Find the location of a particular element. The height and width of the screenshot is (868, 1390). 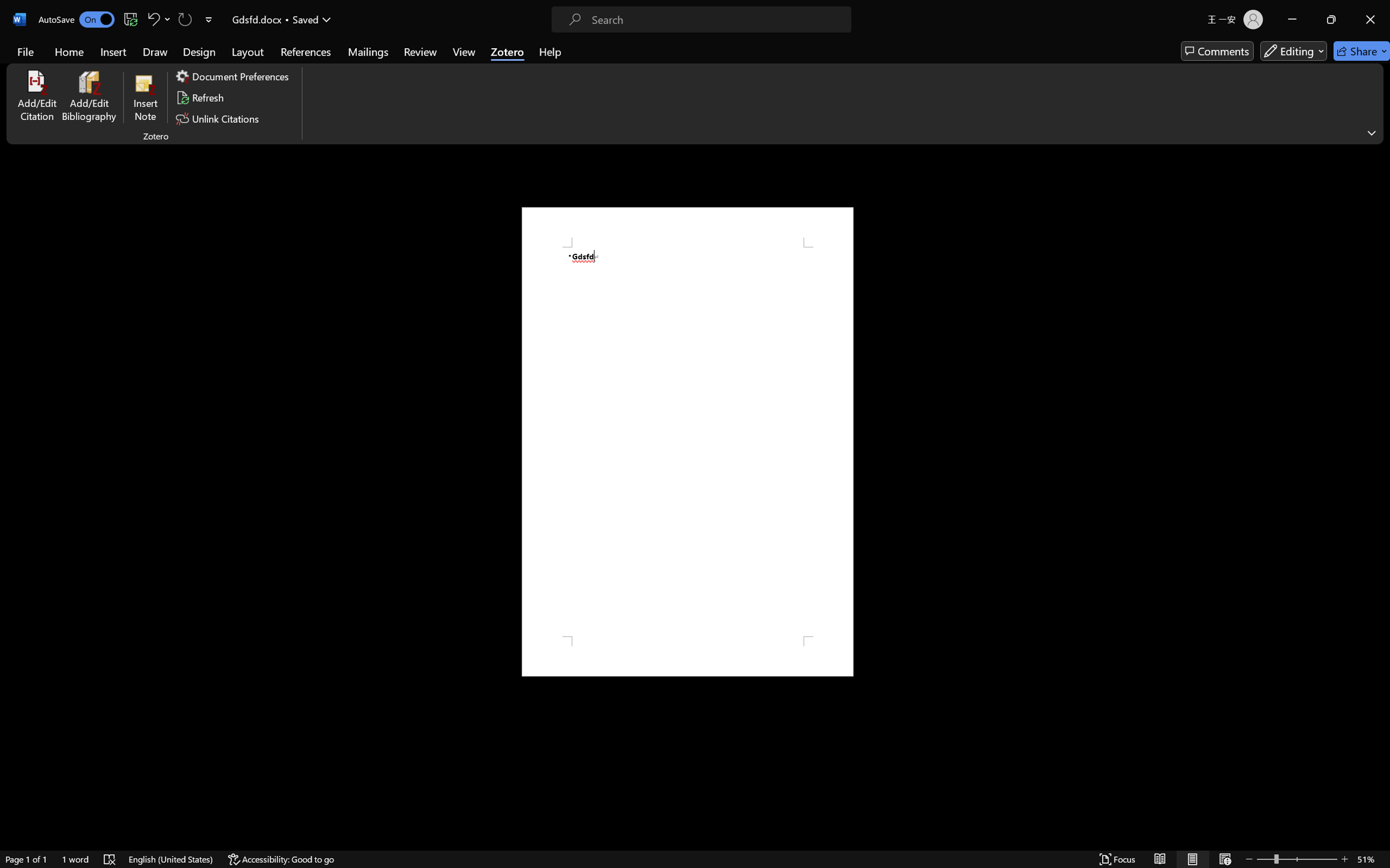

'Page 1 content' is located at coordinates (687, 441).